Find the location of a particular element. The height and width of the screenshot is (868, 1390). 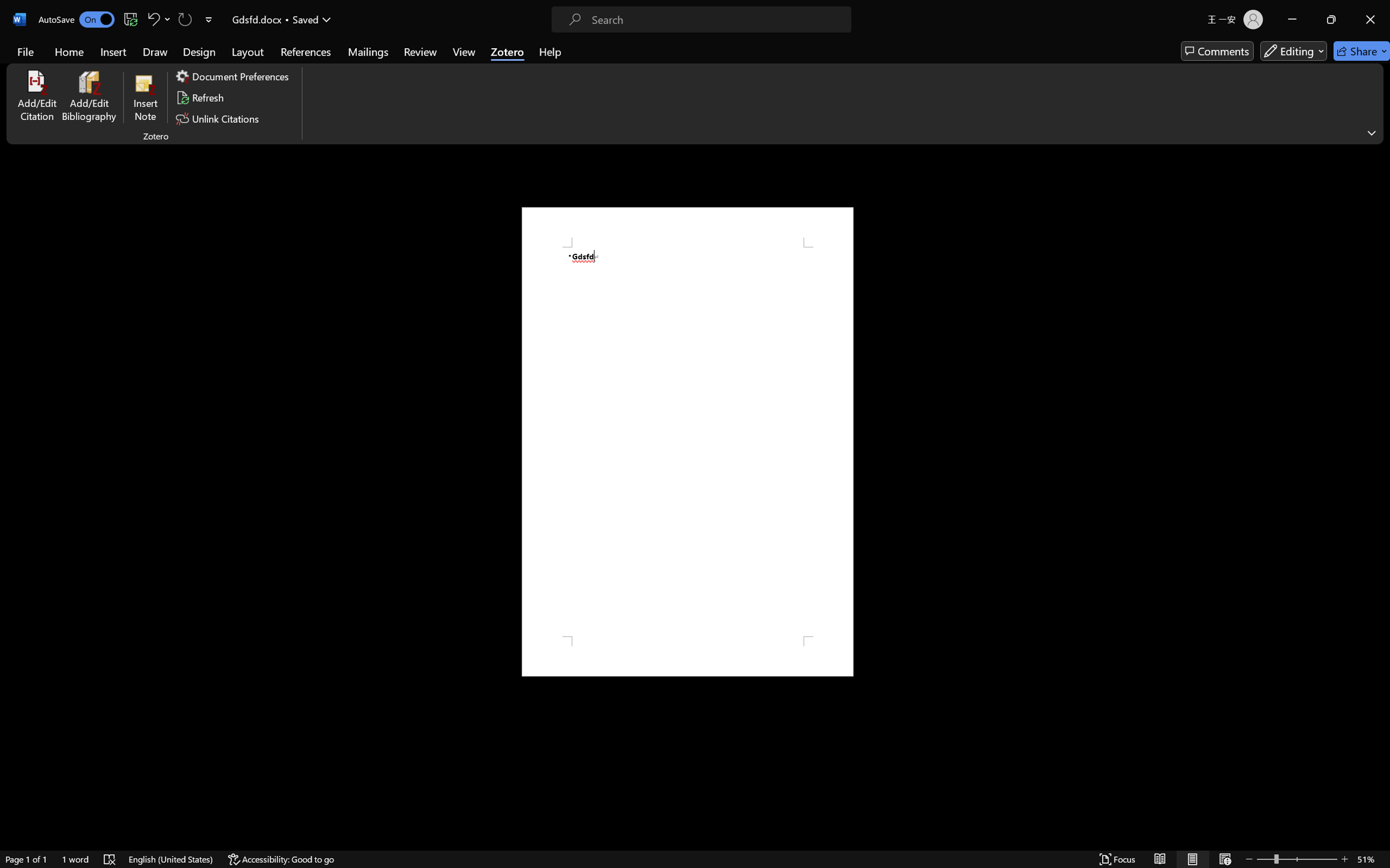

'Page 1 content' is located at coordinates (687, 441).